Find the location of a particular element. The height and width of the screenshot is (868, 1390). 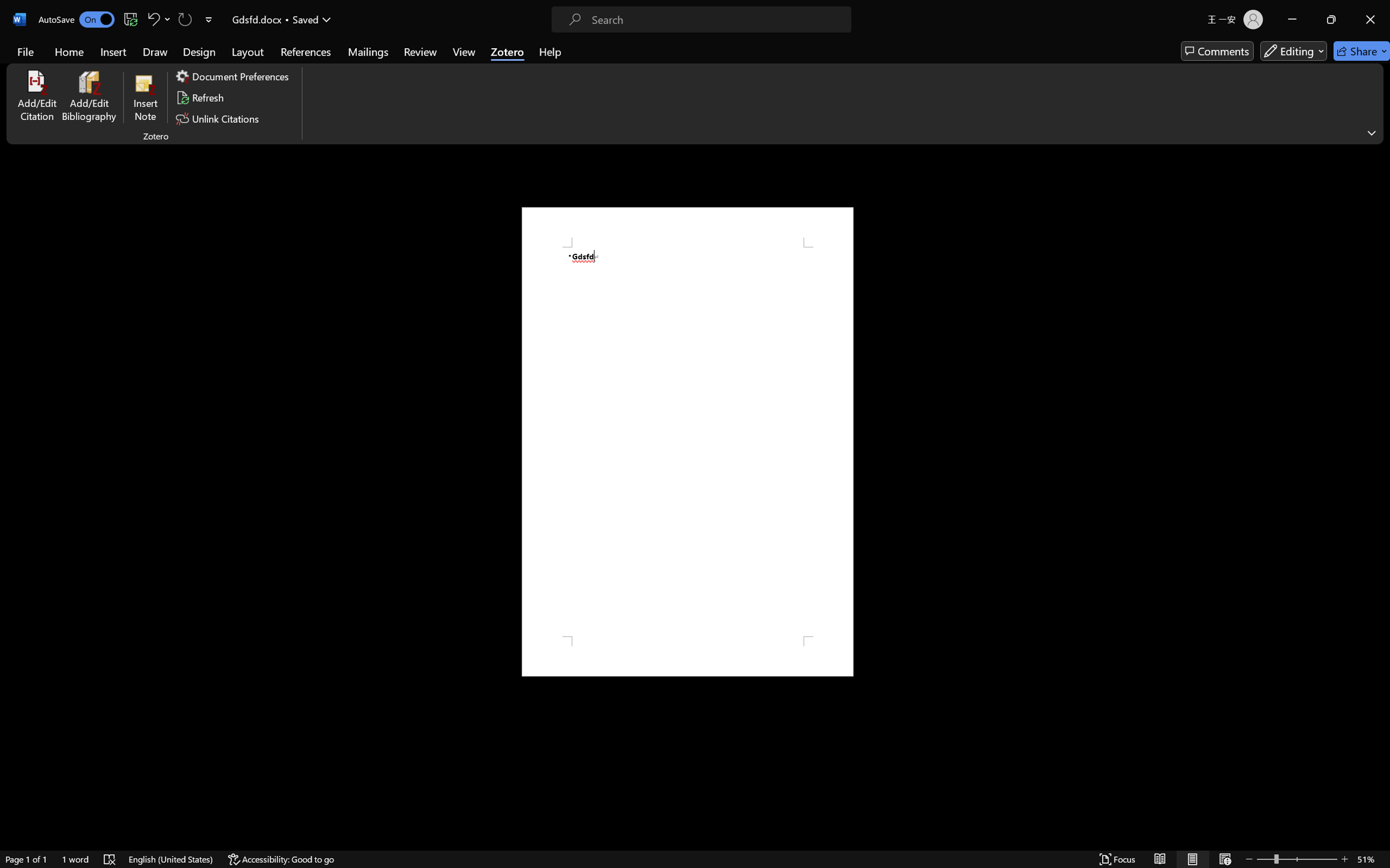

'Page 1 content' is located at coordinates (687, 441).